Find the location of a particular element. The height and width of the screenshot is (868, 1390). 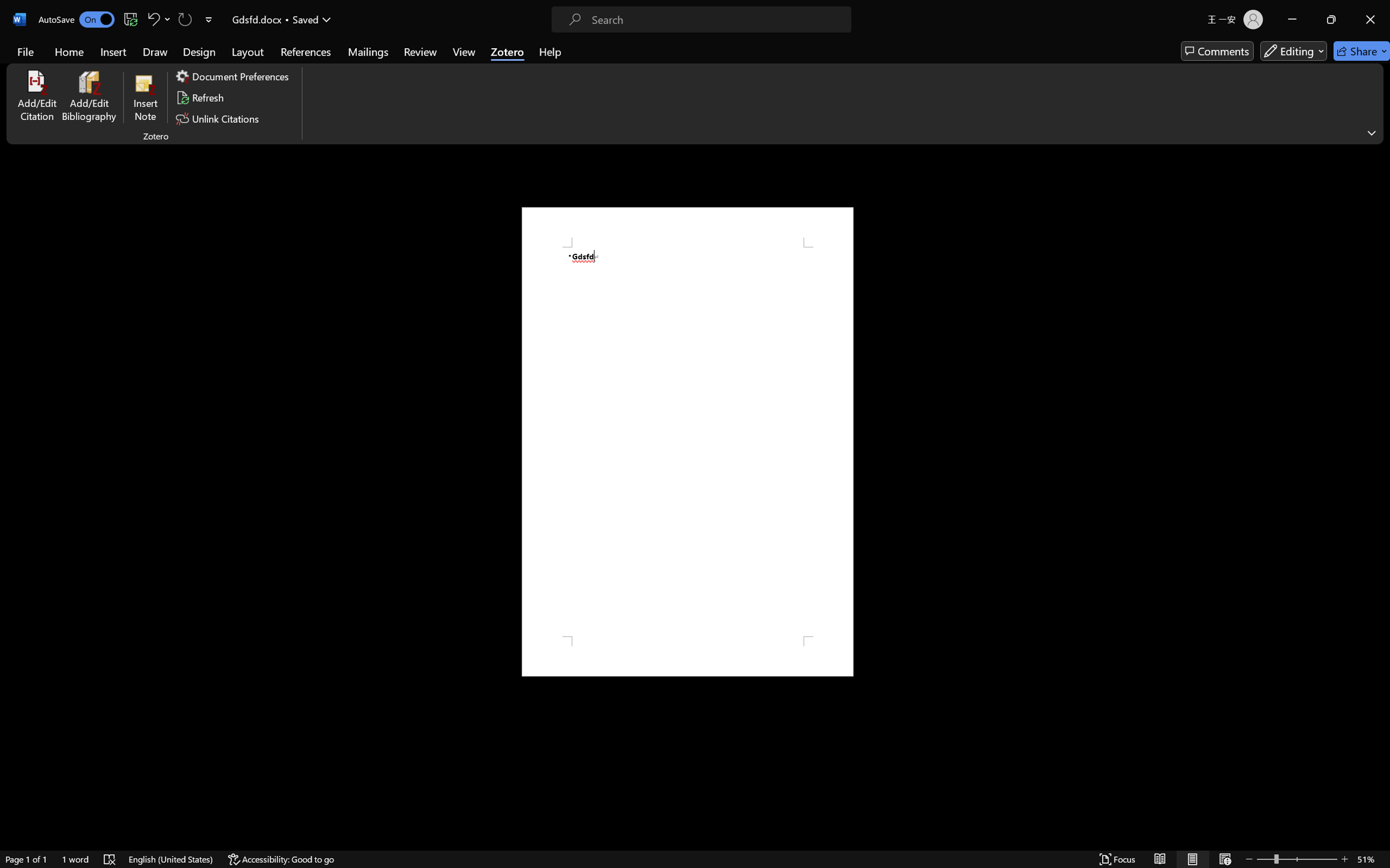

'Page 1 content' is located at coordinates (687, 441).